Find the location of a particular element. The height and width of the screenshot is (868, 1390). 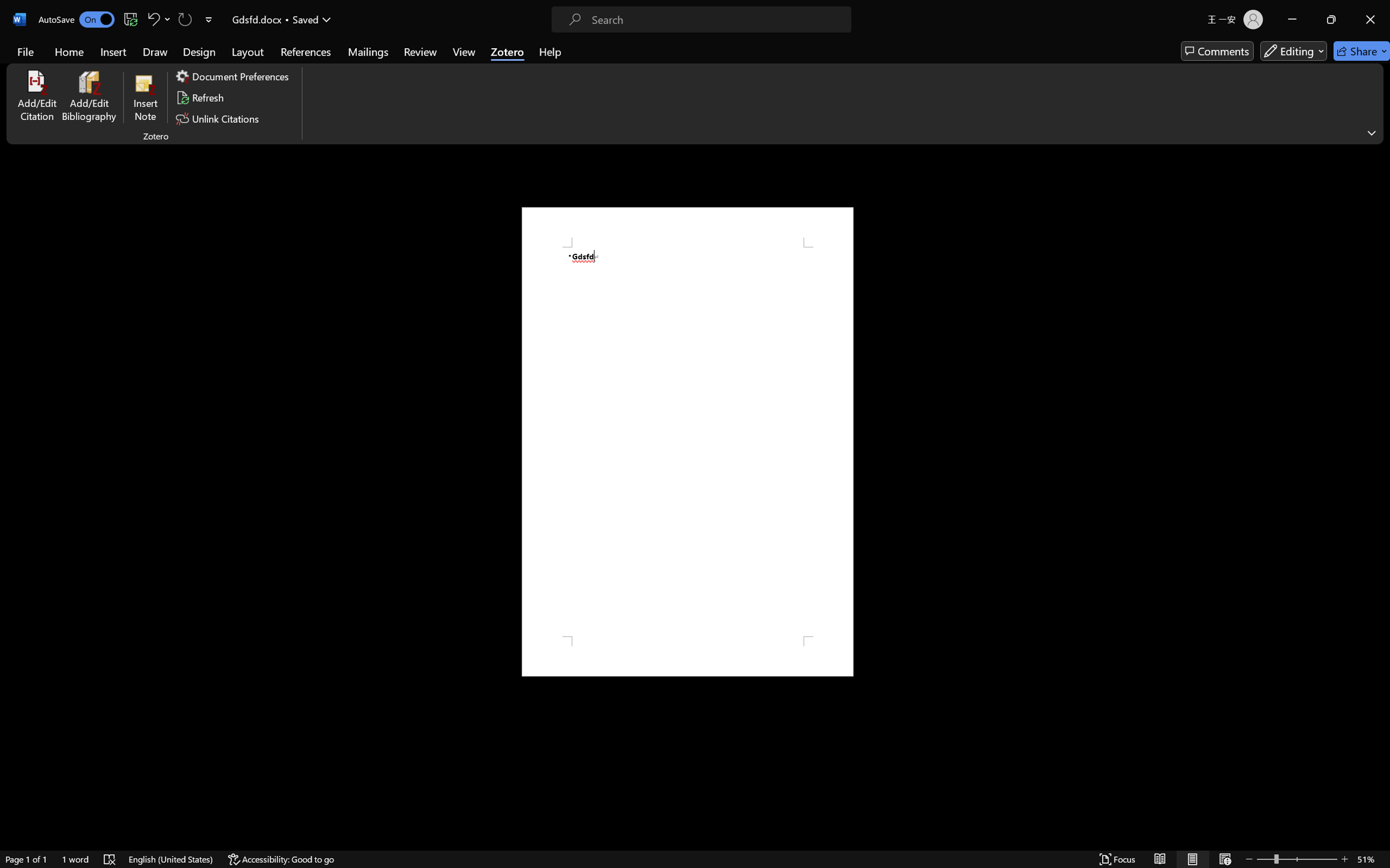

'Page 1 content' is located at coordinates (687, 441).